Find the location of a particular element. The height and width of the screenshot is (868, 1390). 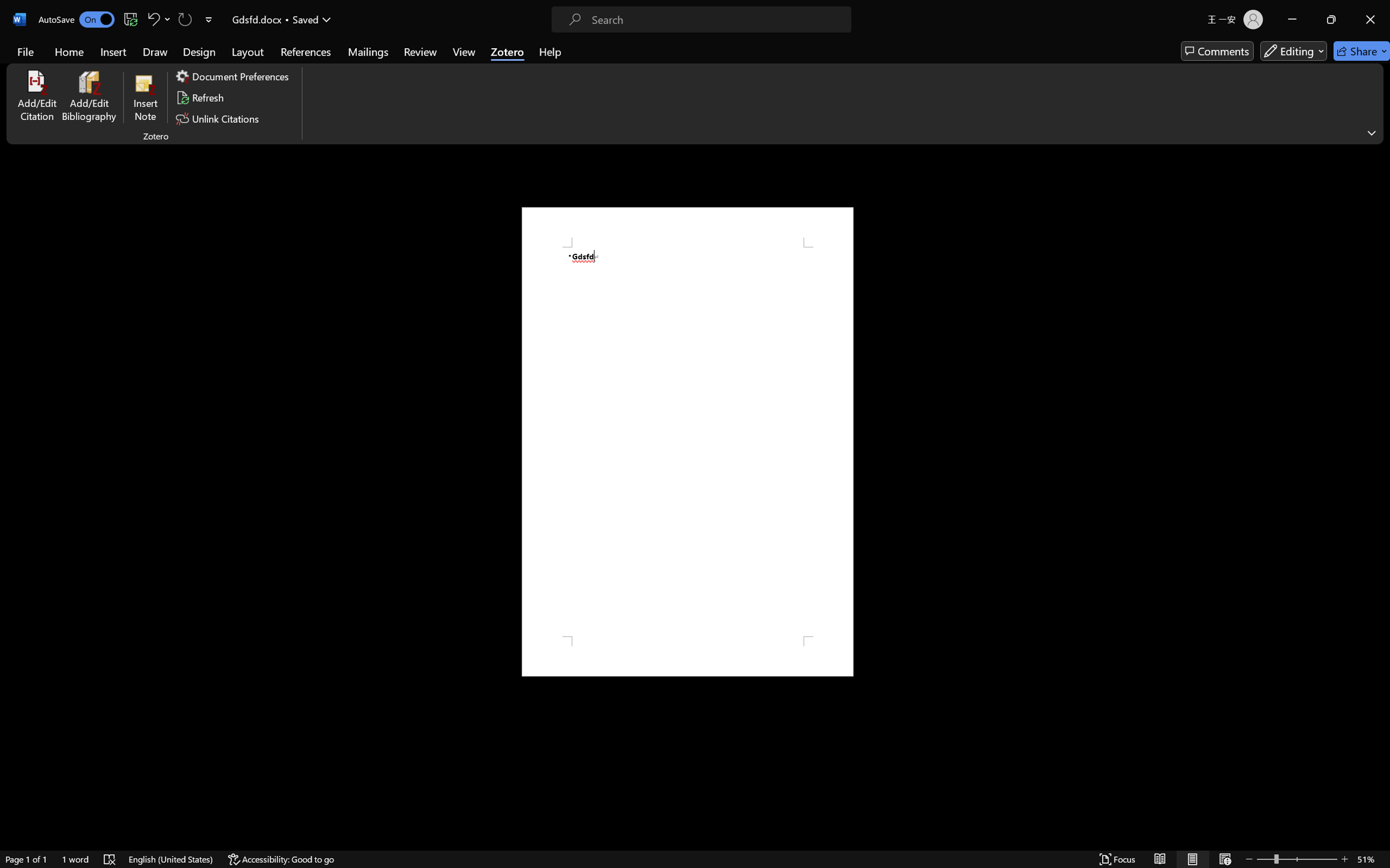

'Page 1 content' is located at coordinates (687, 441).